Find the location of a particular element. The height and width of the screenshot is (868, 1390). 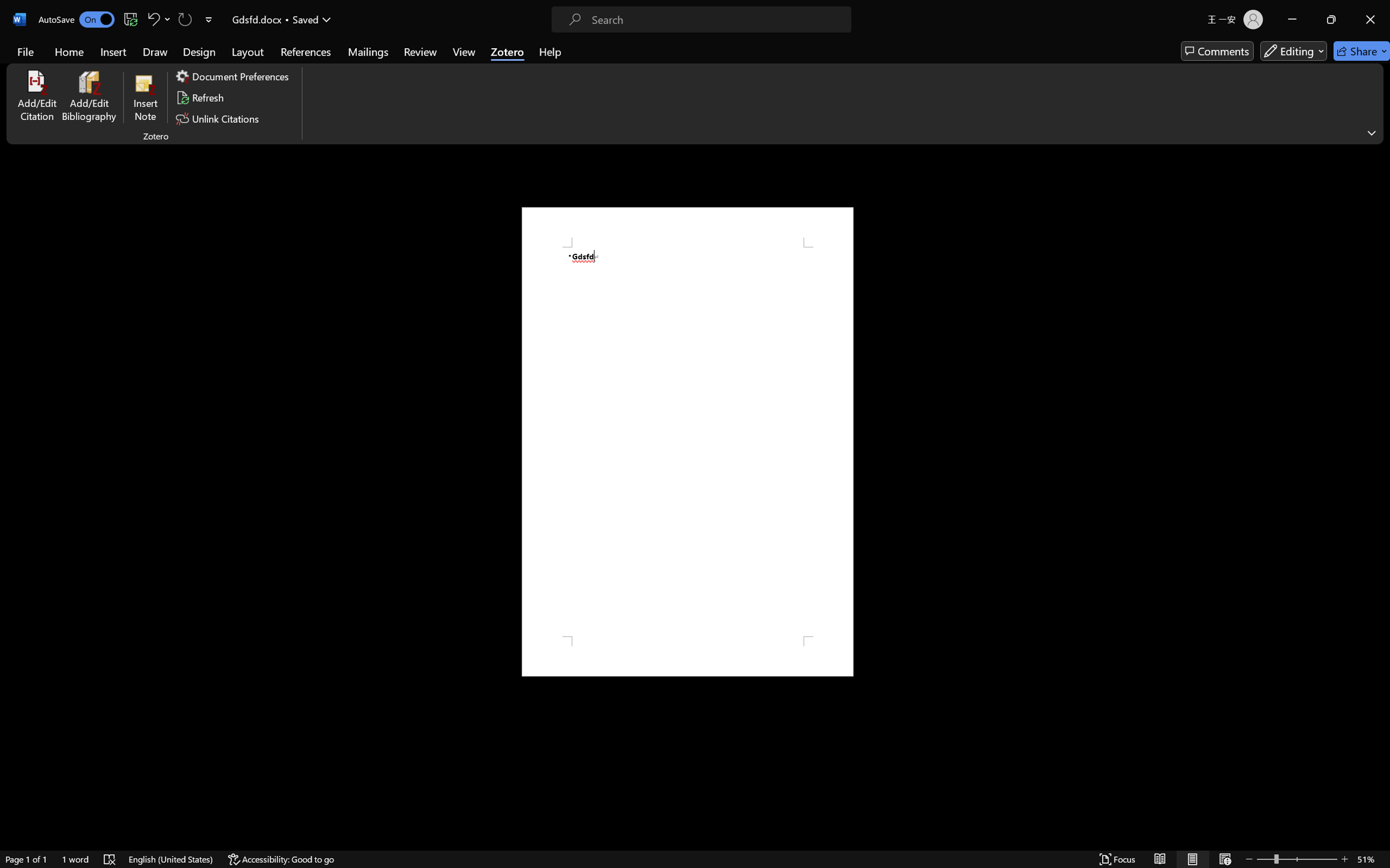

'Page 1 content' is located at coordinates (687, 441).